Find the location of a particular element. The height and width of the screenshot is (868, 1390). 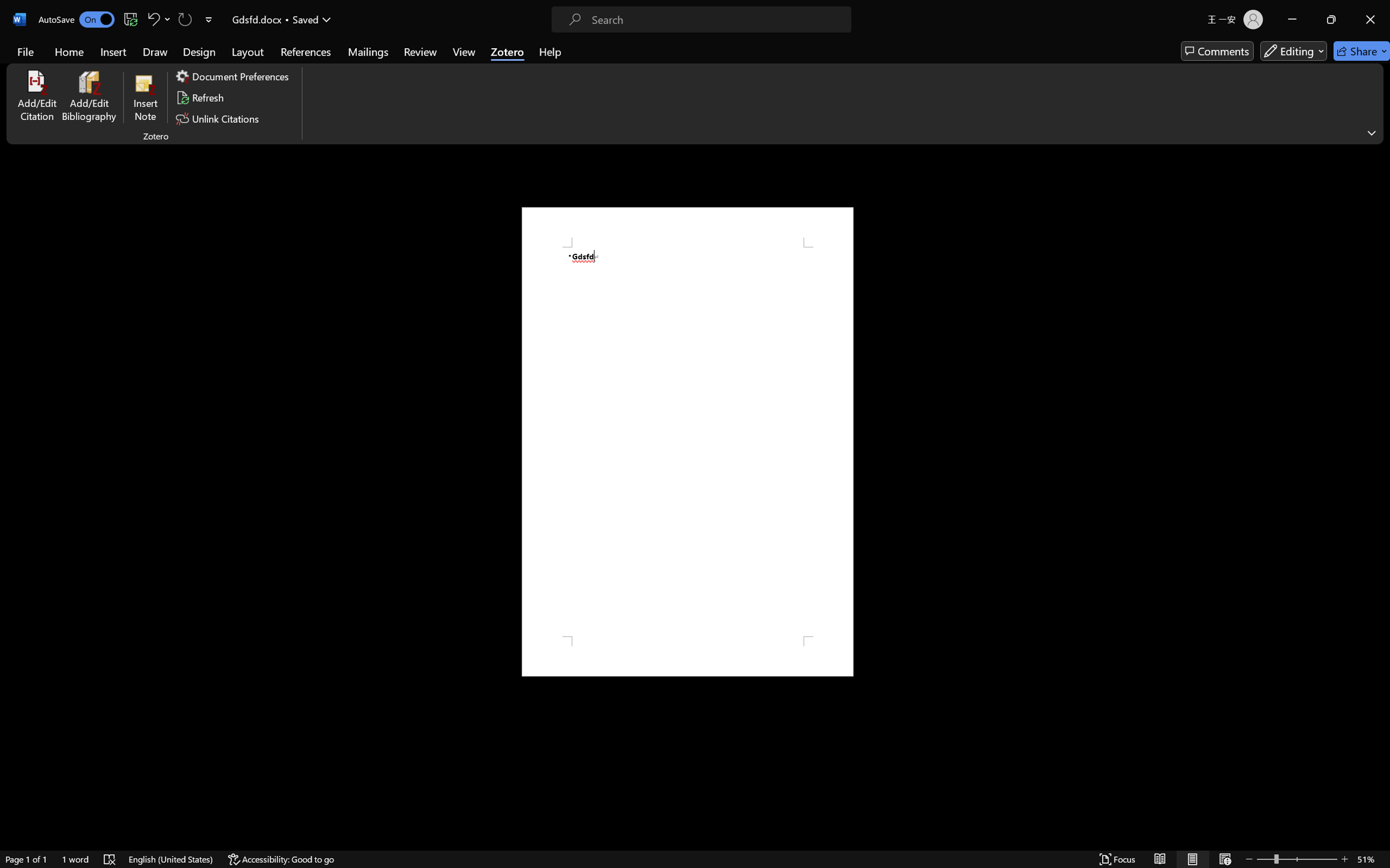

'Page 1 content' is located at coordinates (687, 441).